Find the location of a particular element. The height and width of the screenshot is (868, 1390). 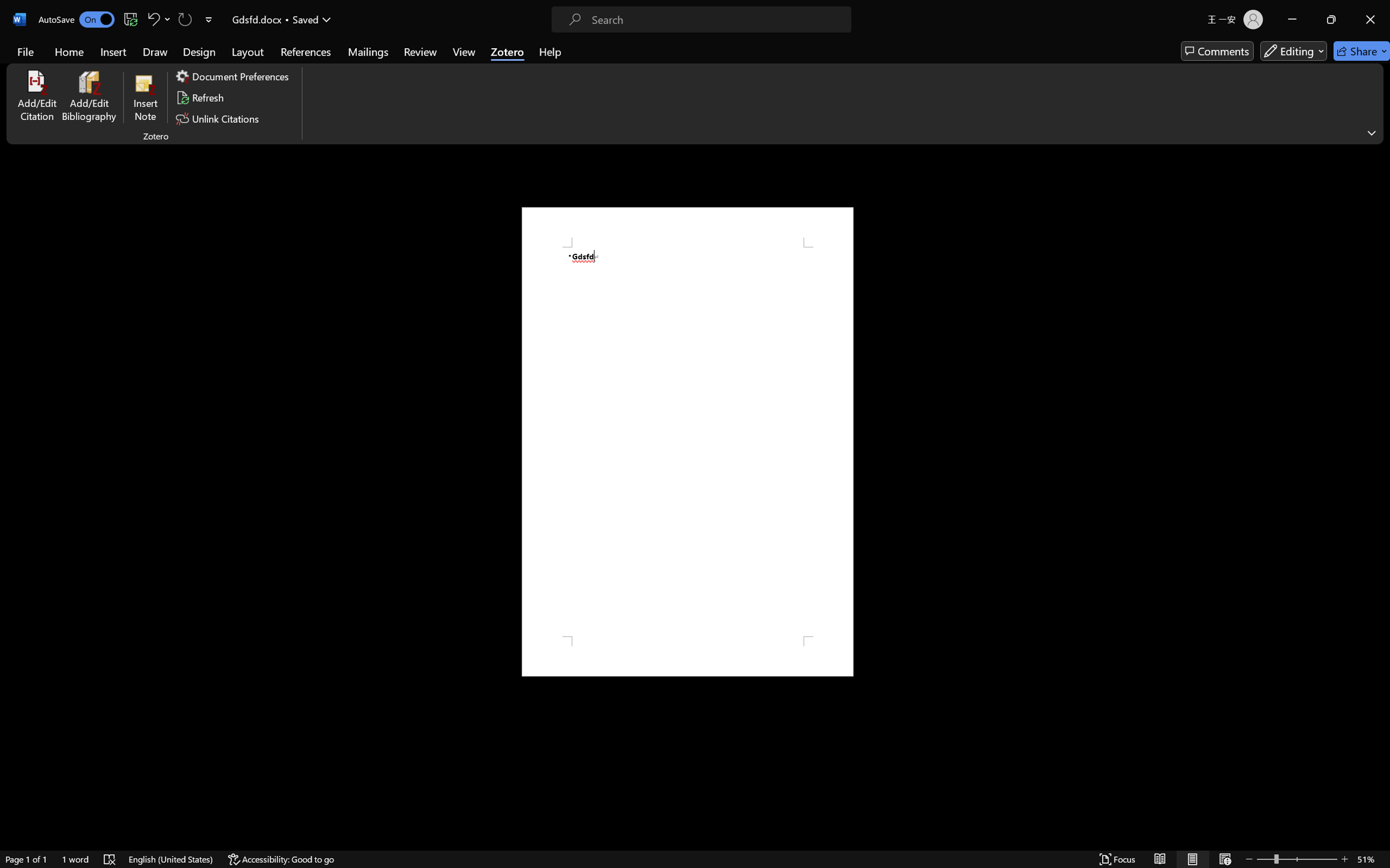

'Page 1 content' is located at coordinates (687, 441).